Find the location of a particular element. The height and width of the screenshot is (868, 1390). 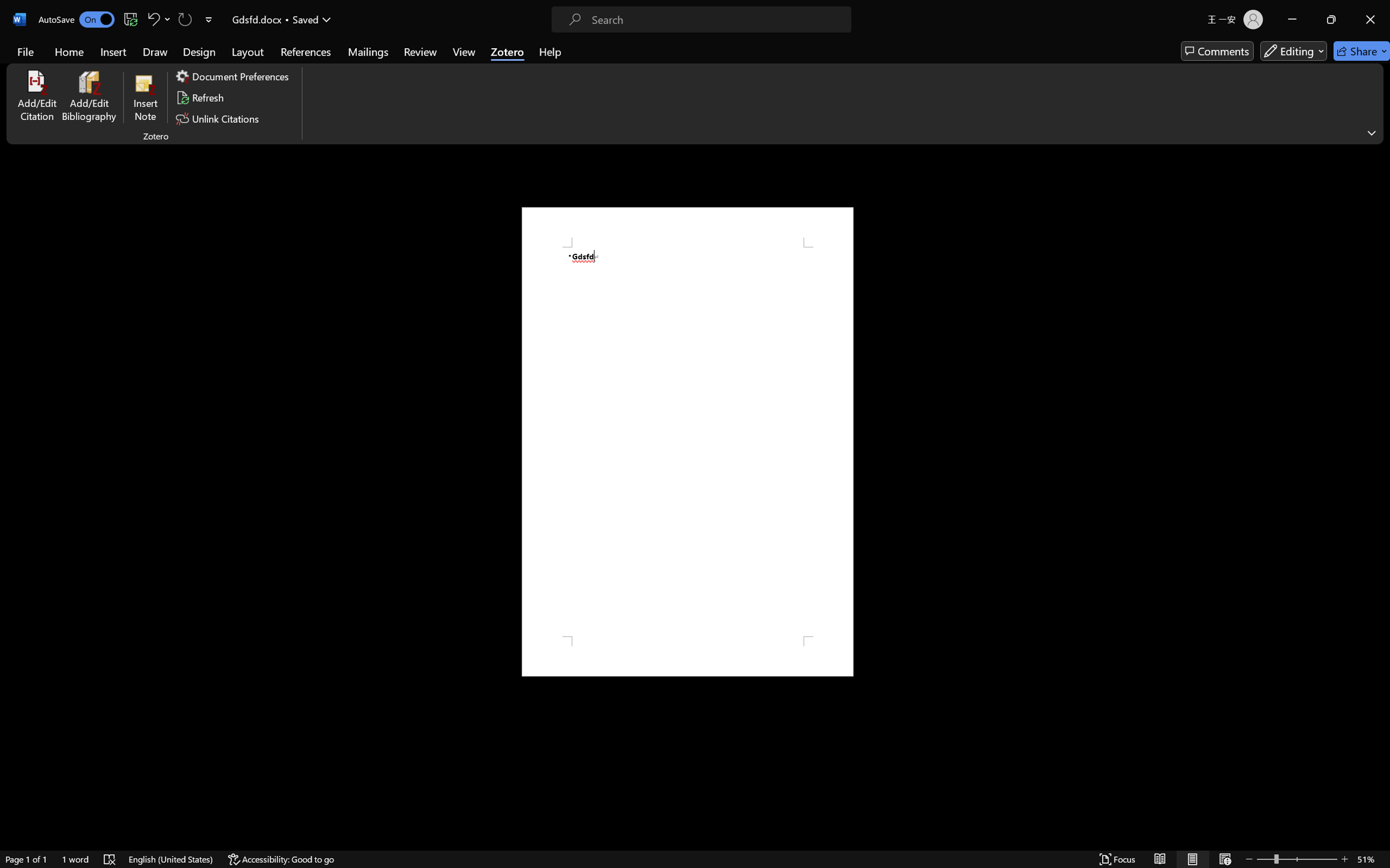

'Page 1 content' is located at coordinates (687, 441).